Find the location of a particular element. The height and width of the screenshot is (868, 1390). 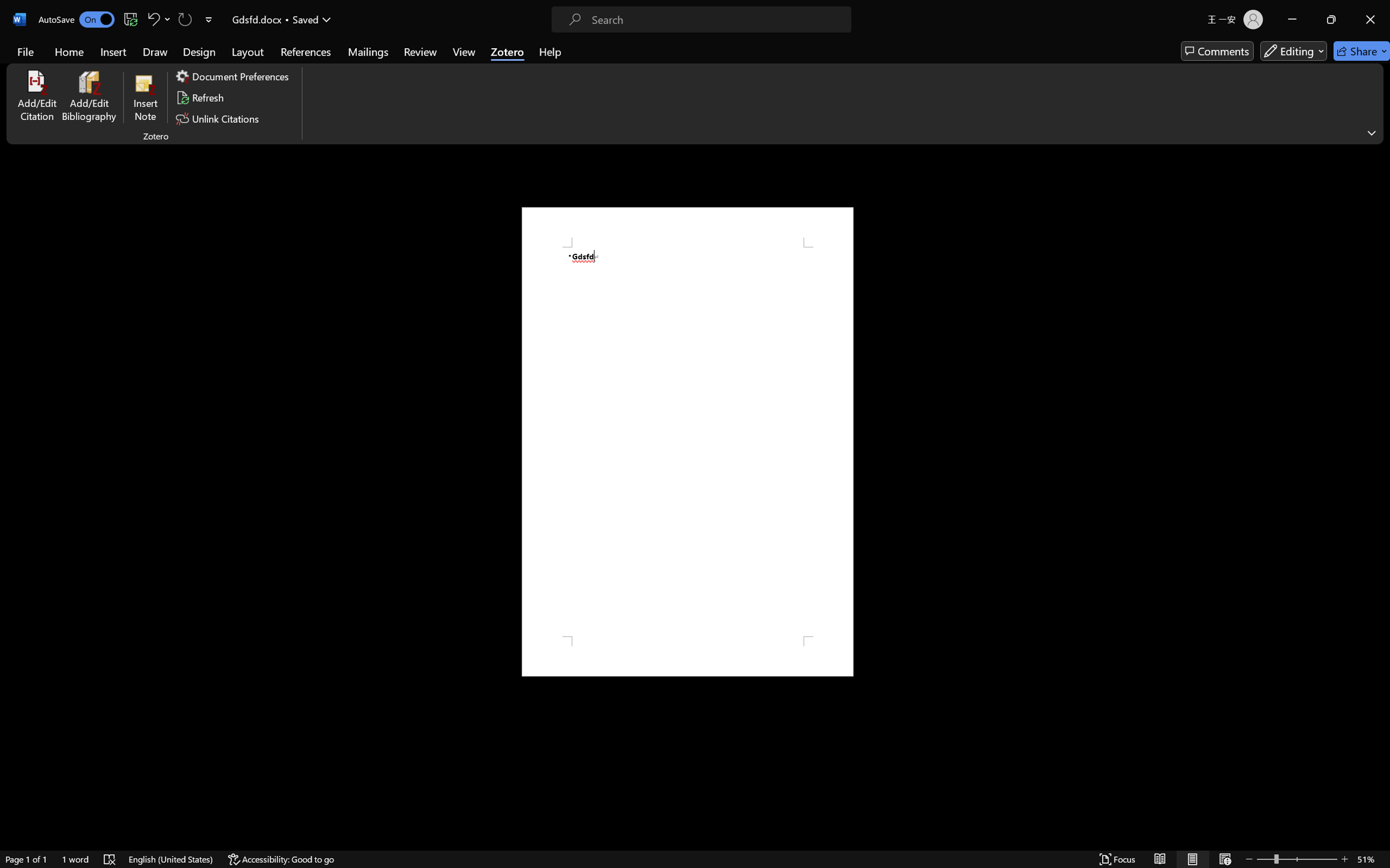

'Page 1 content' is located at coordinates (687, 441).